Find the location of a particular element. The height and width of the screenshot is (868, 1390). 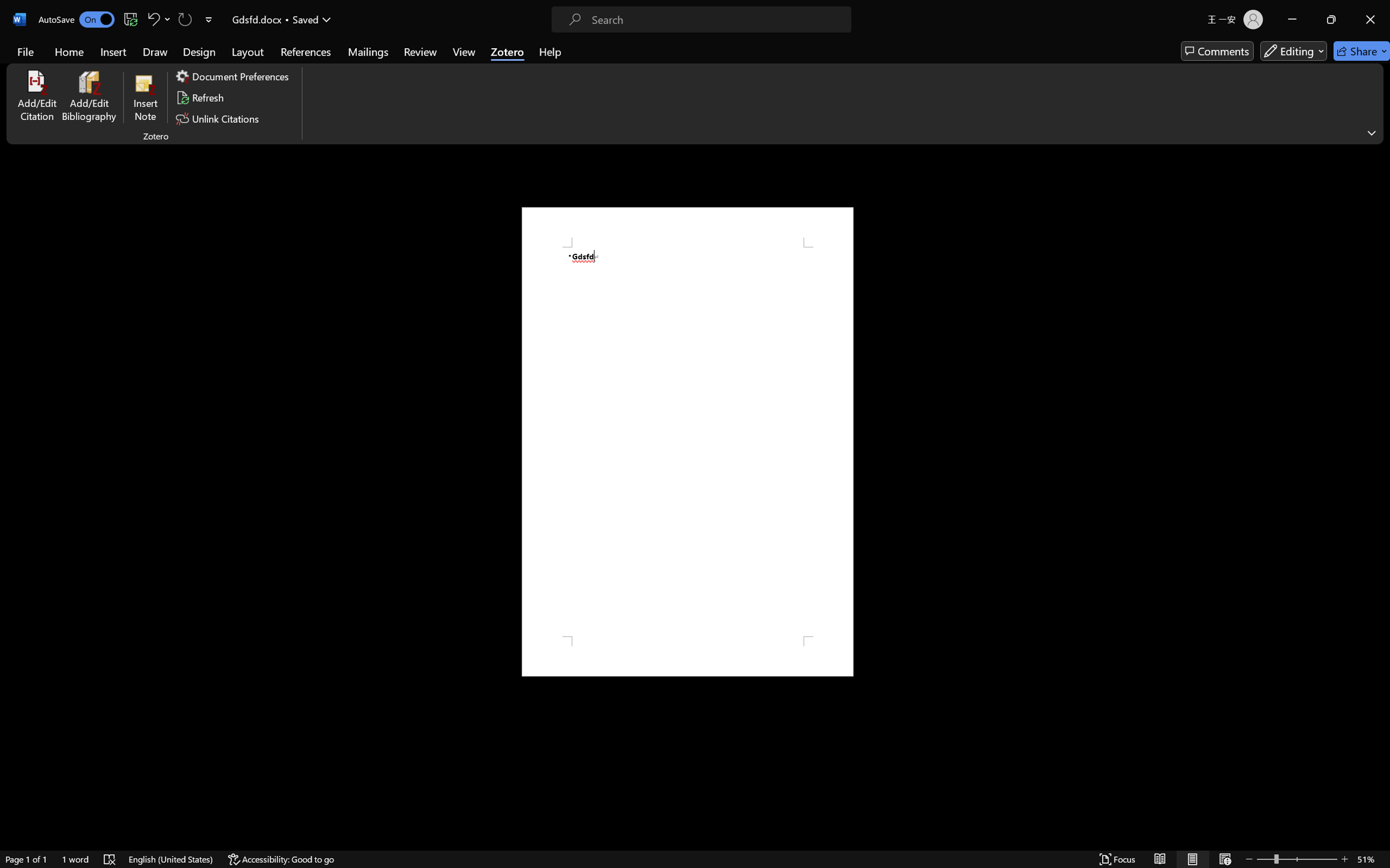

'Page 1 content' is located at coordinates (687, 441).